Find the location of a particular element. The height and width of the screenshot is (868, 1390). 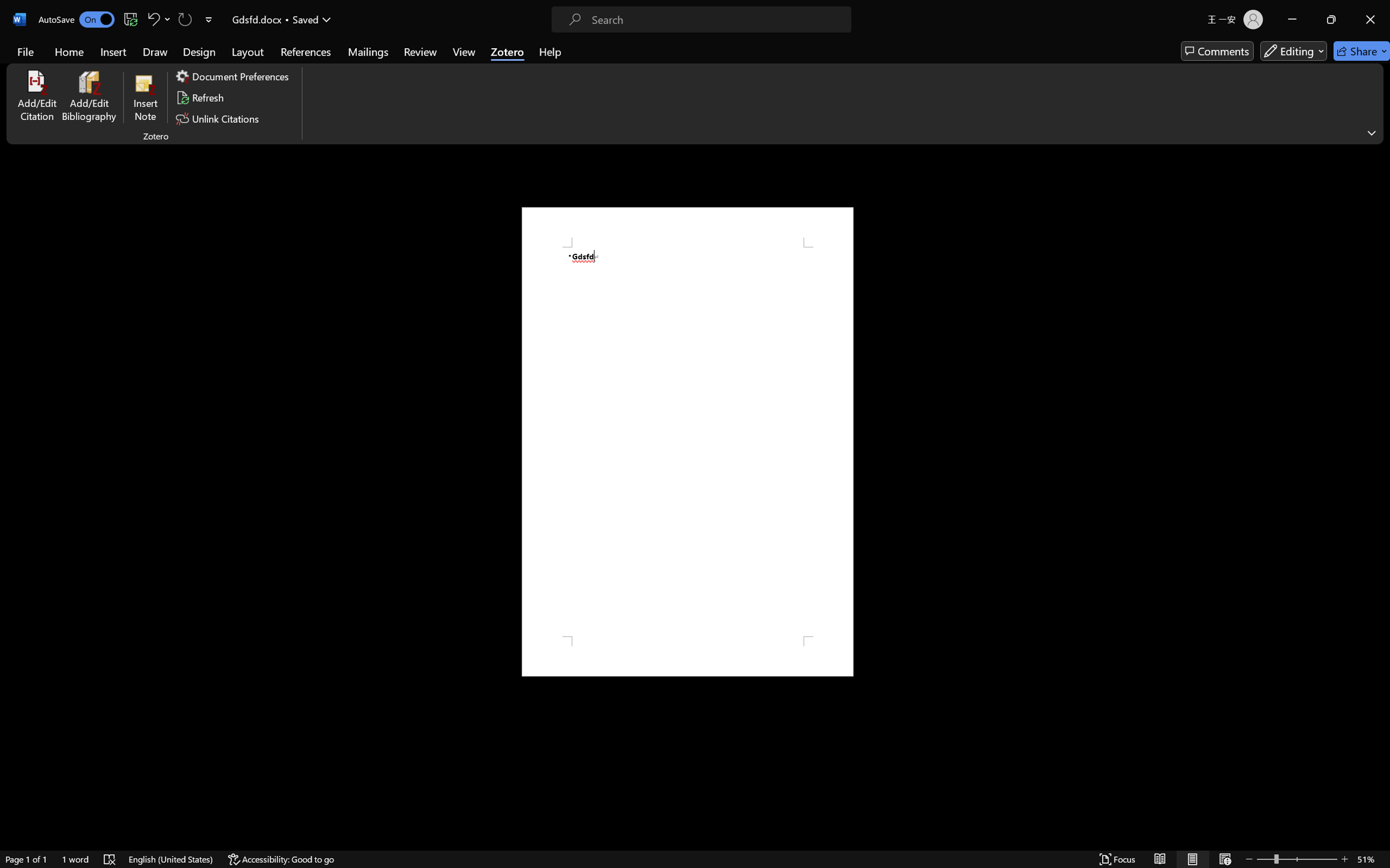

'Page 1 content' is located at coordinates (687, 441).